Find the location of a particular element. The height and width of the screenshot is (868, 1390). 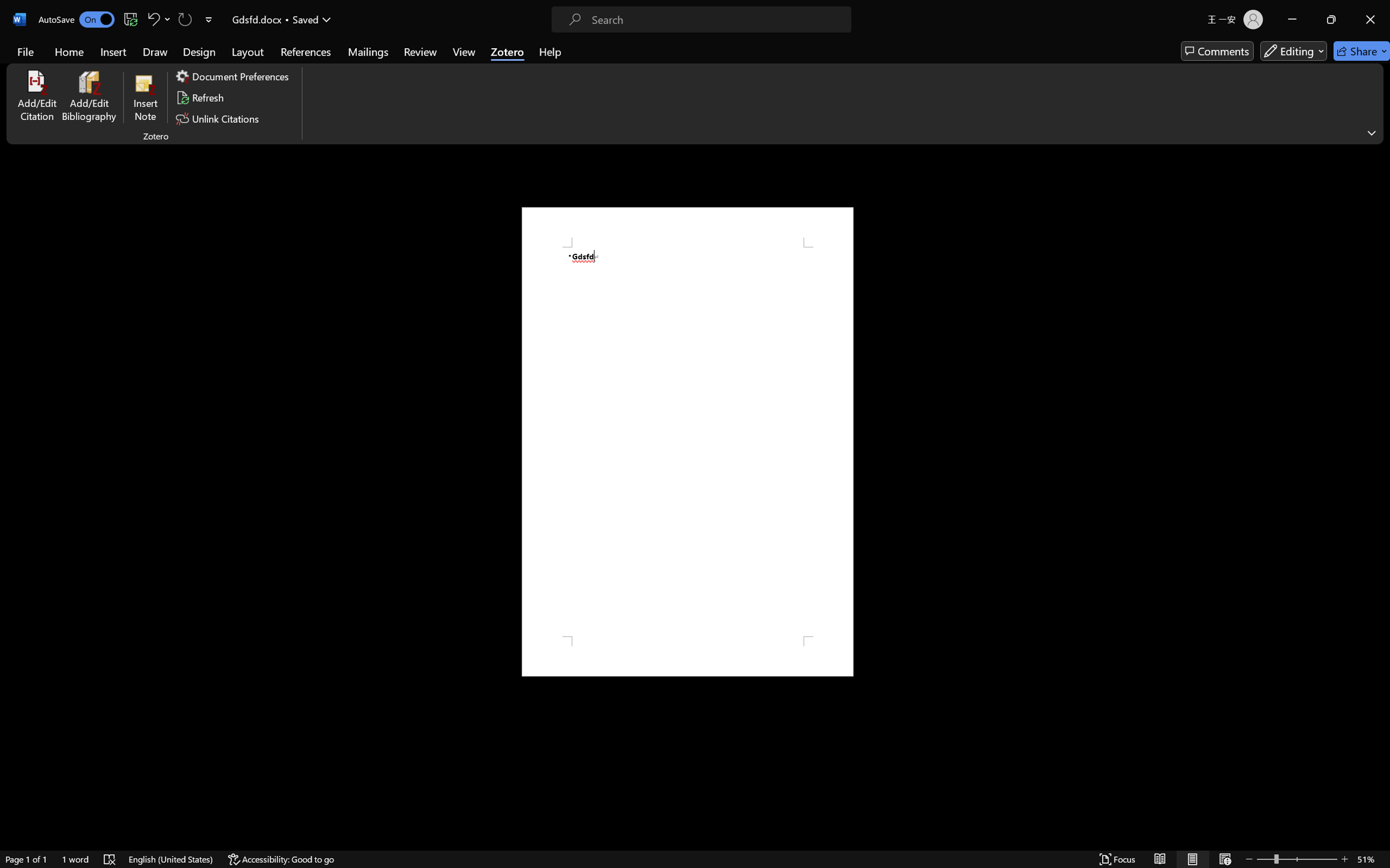

'Page 1 content' is located at coordinates (687, 441).